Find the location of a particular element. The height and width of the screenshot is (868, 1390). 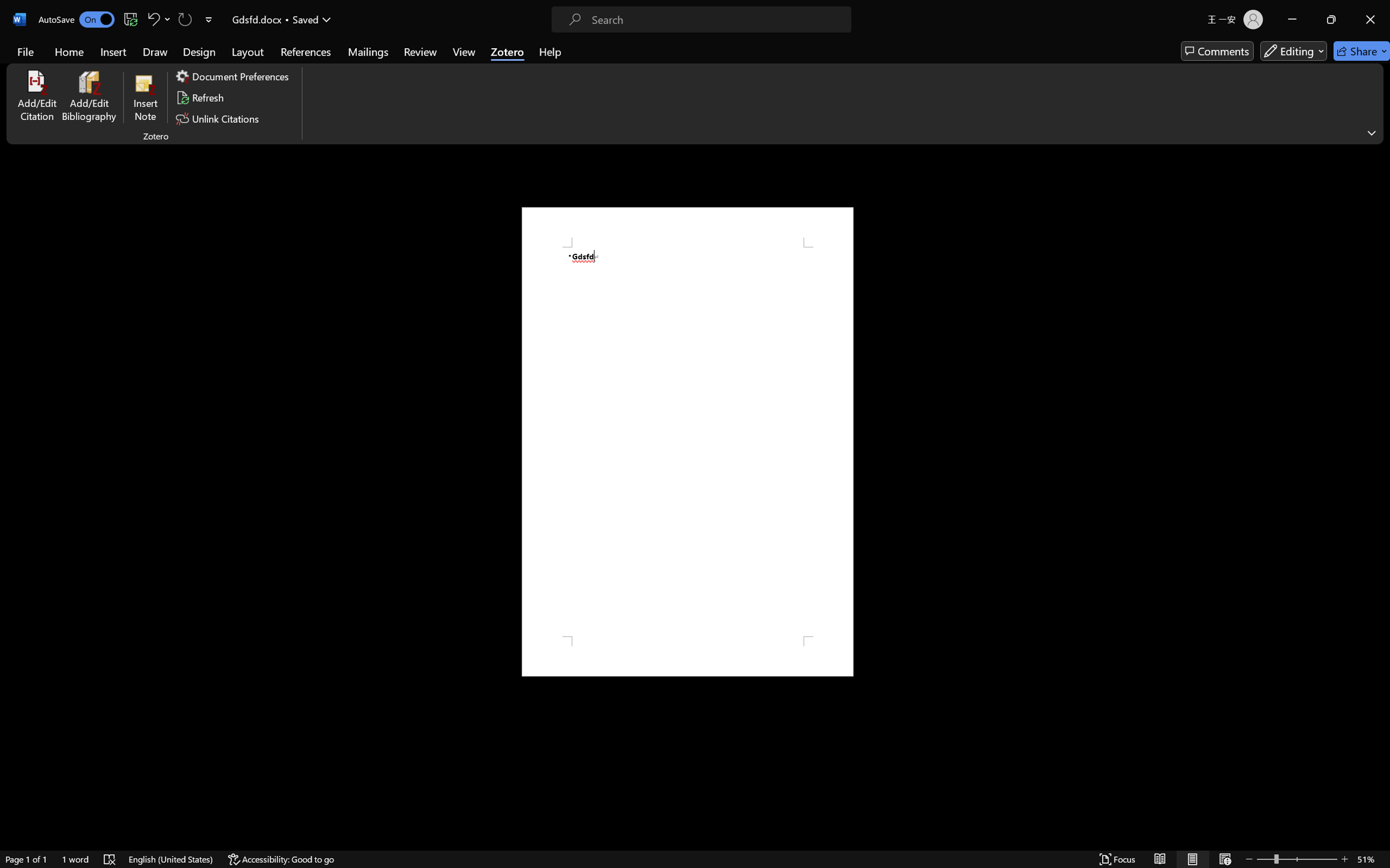

'Page 1 content' is located at coordinates (687, 441).